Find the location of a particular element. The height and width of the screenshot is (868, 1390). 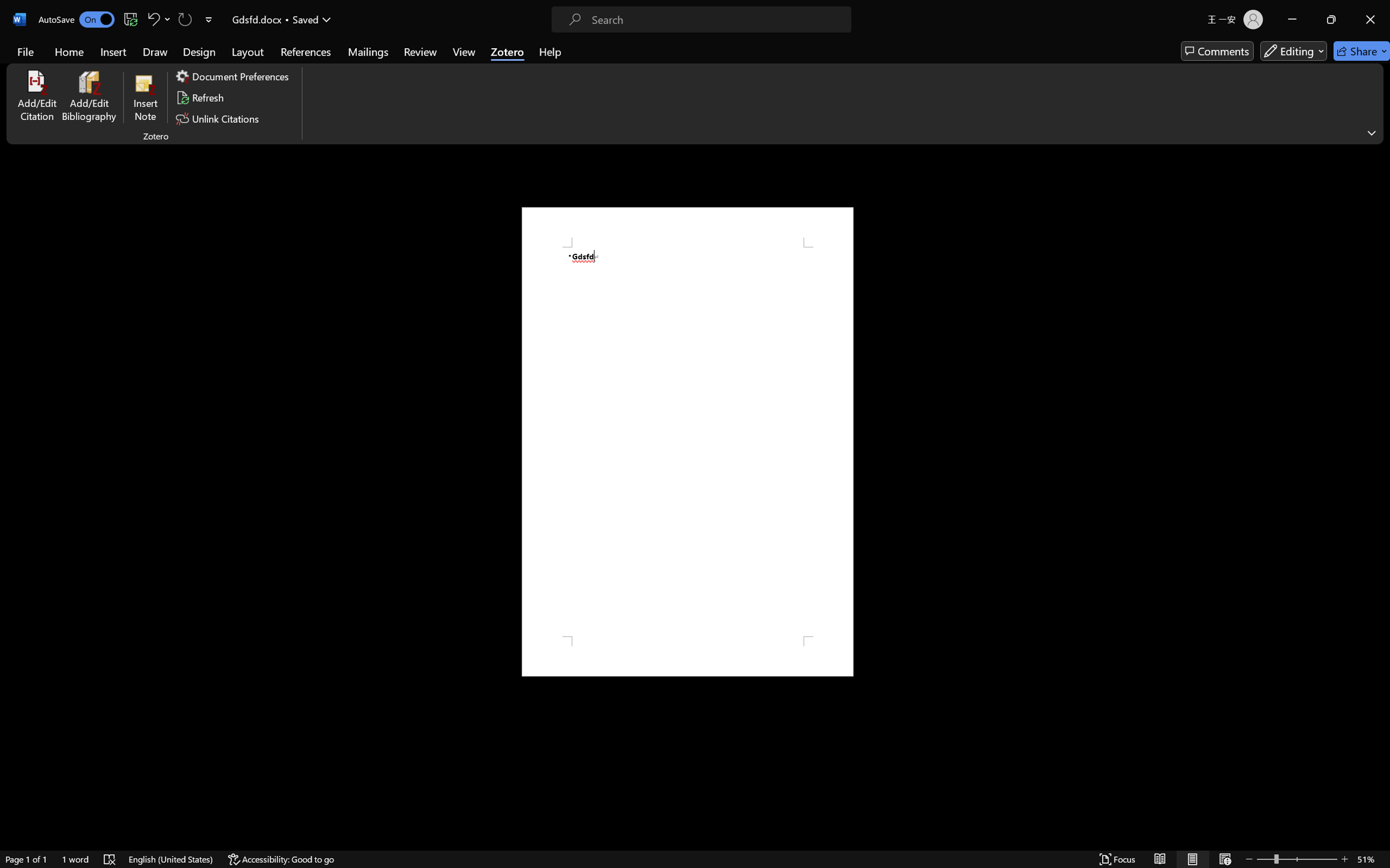

'Page 1 content' is located at coordinates (687, 441).